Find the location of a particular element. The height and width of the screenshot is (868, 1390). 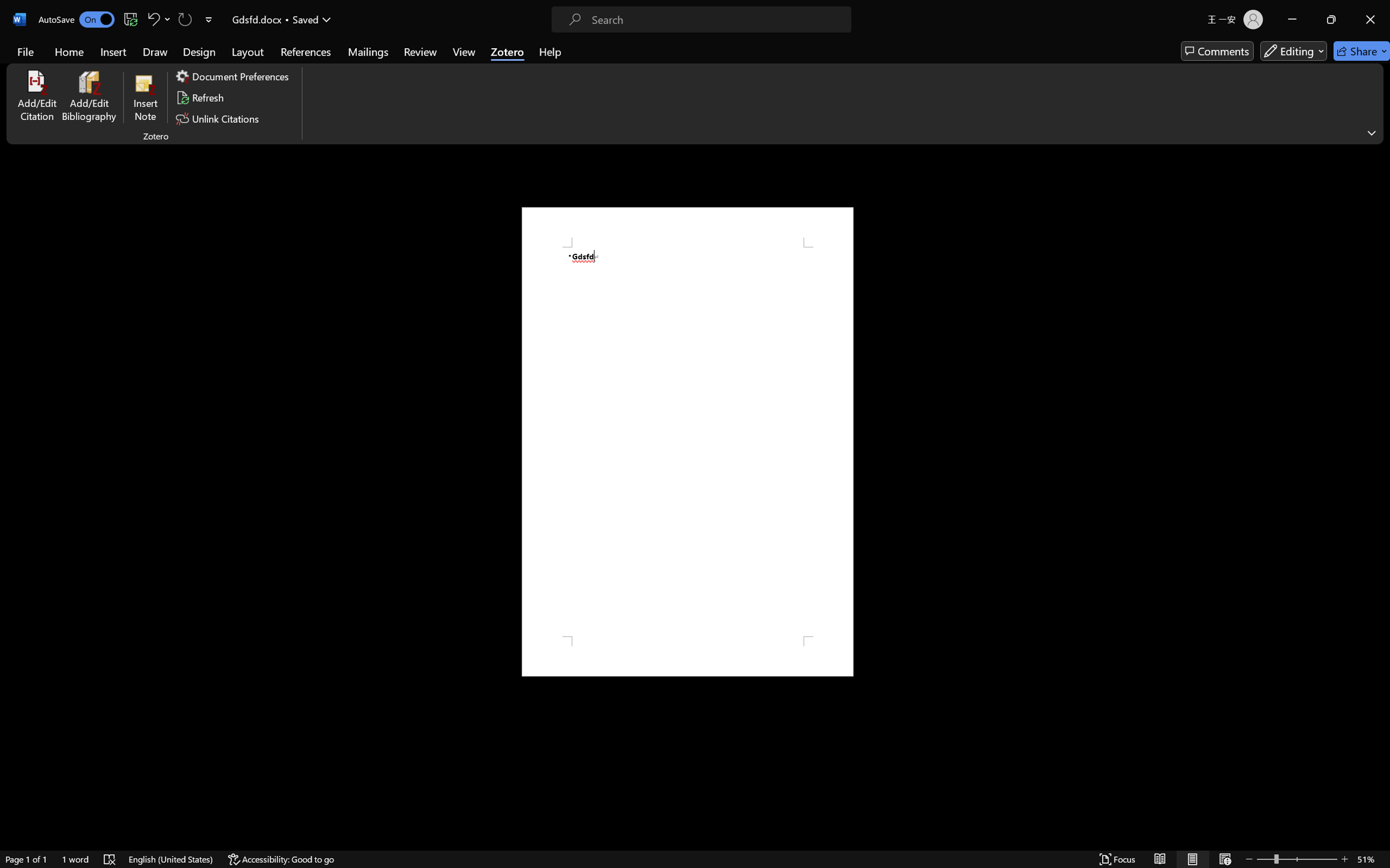

'Page 1 content' is located at coordinates (687, 441).